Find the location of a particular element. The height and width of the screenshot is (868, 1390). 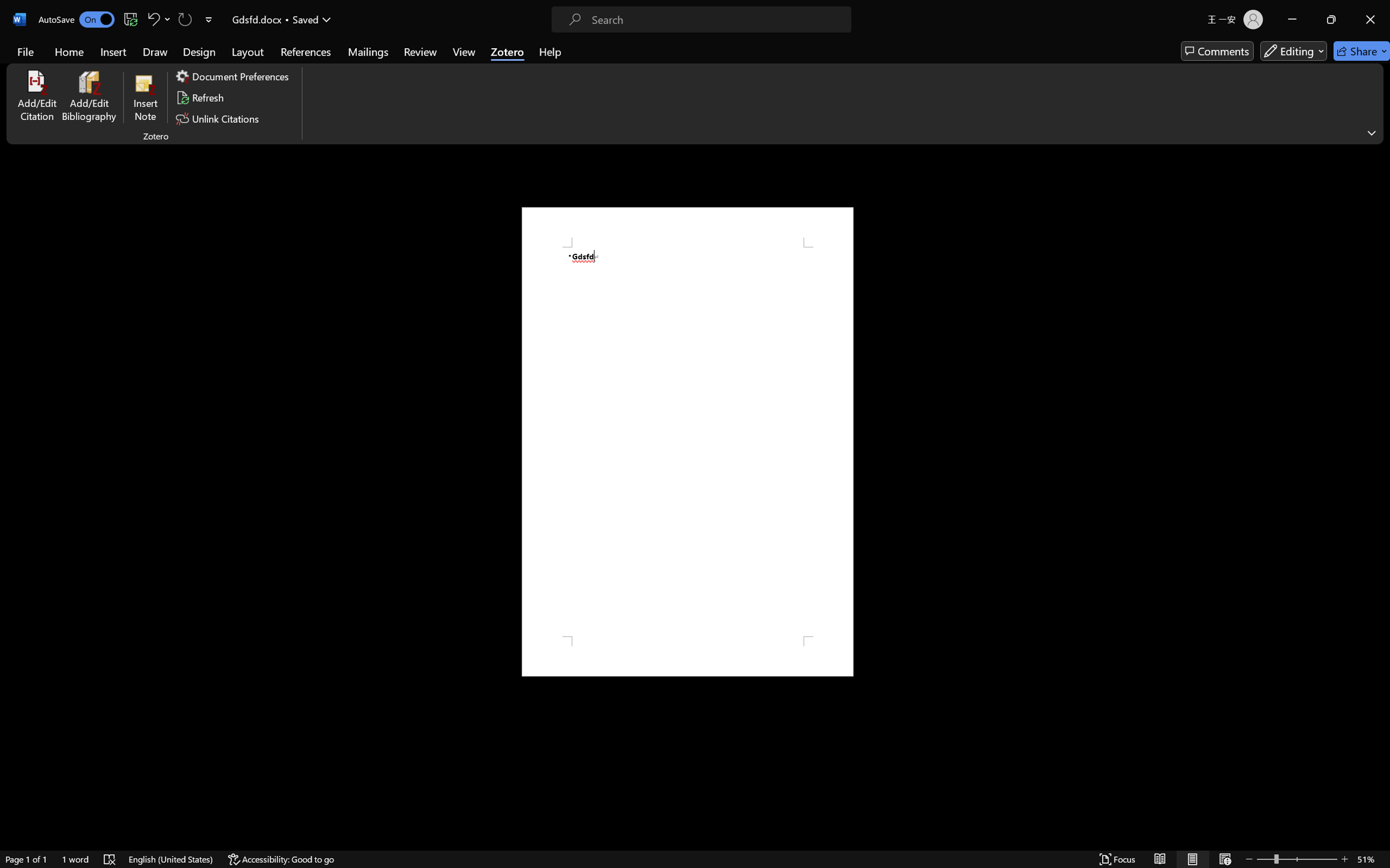

'Page 1 content' is located at coordinates (687, 441).